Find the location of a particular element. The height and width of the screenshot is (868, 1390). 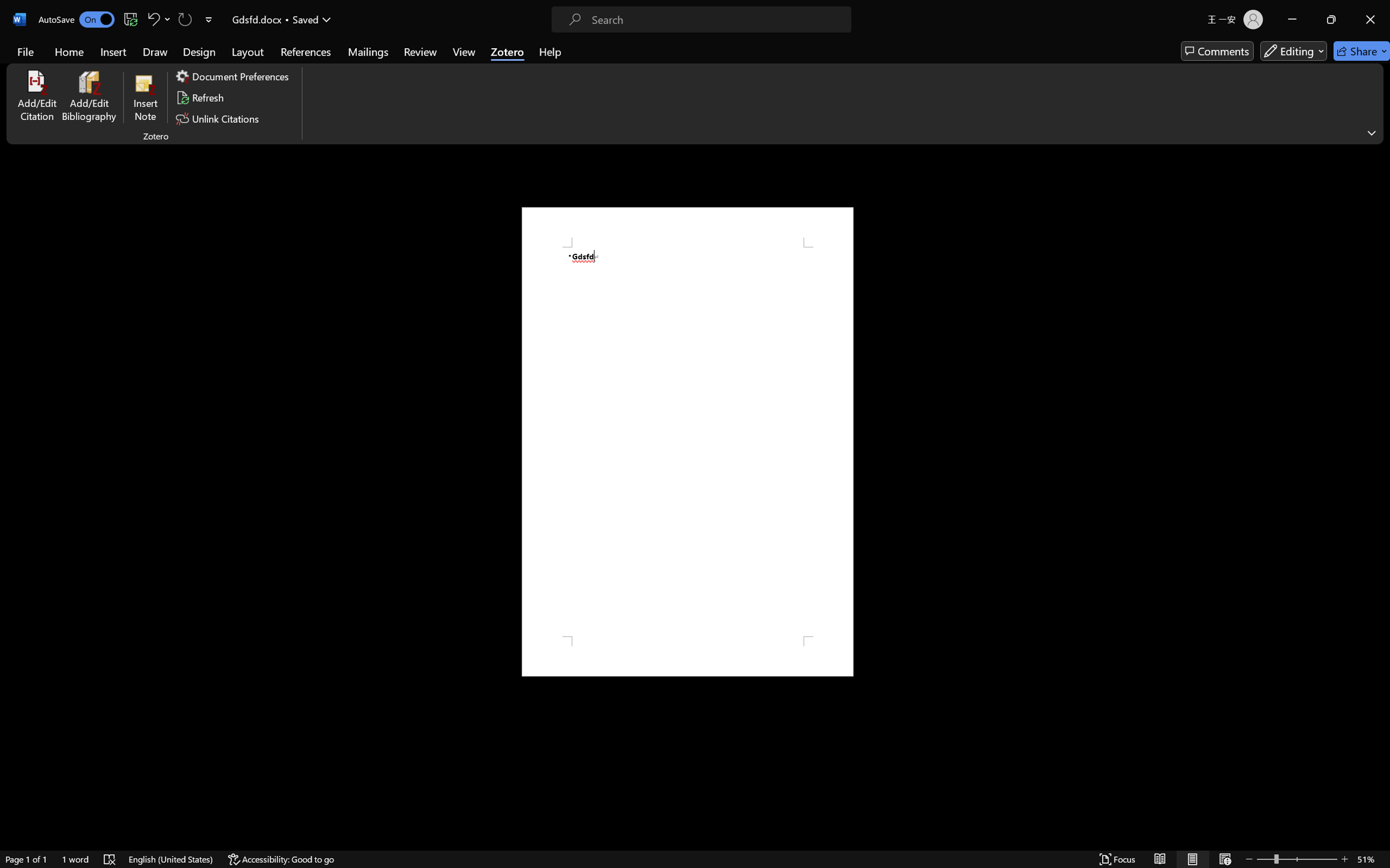

'Page 1 content' is located at coordinates (687, 441).